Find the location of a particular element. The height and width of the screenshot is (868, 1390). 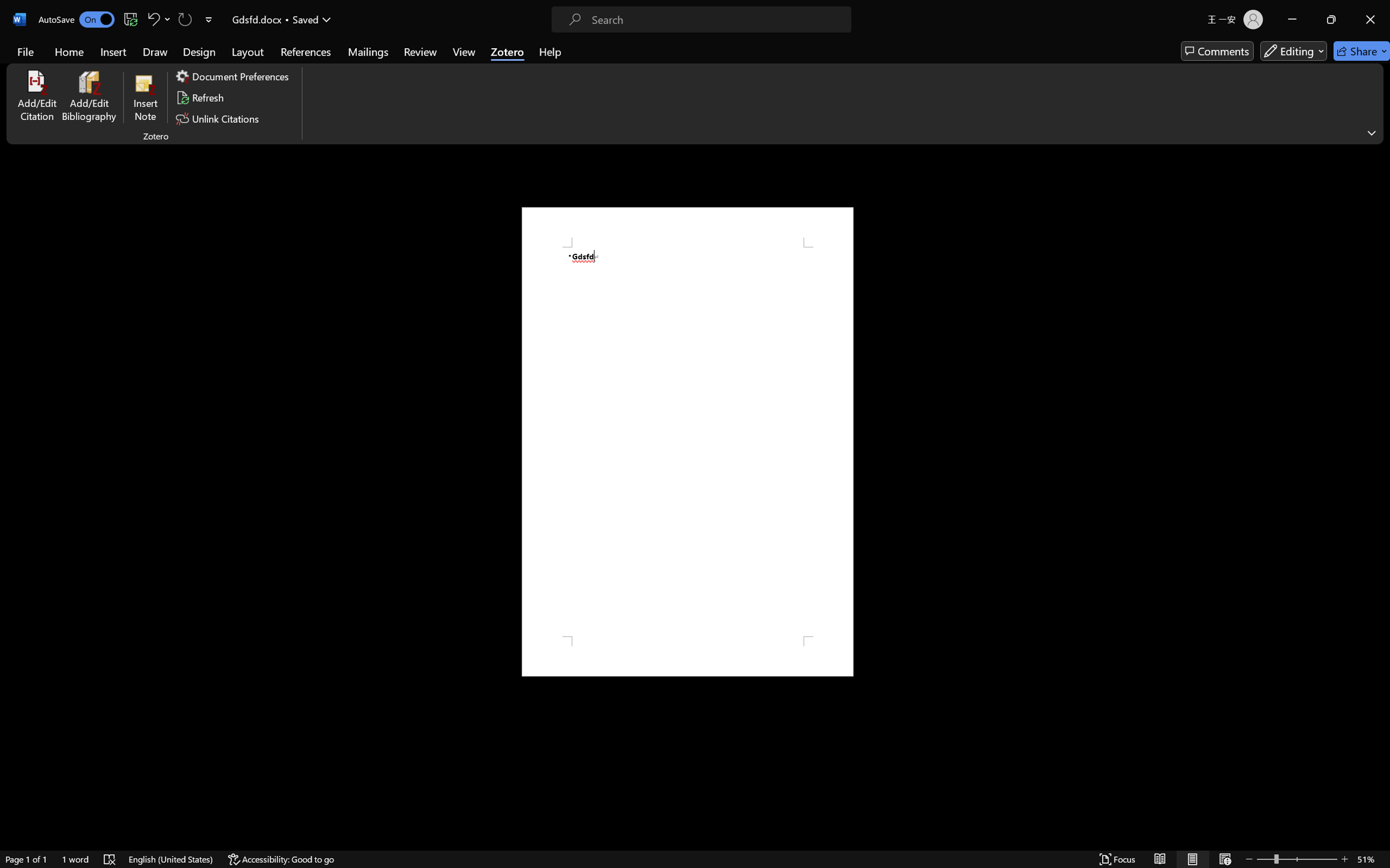

'Page 1 content' is located at coordinates (687, 441).